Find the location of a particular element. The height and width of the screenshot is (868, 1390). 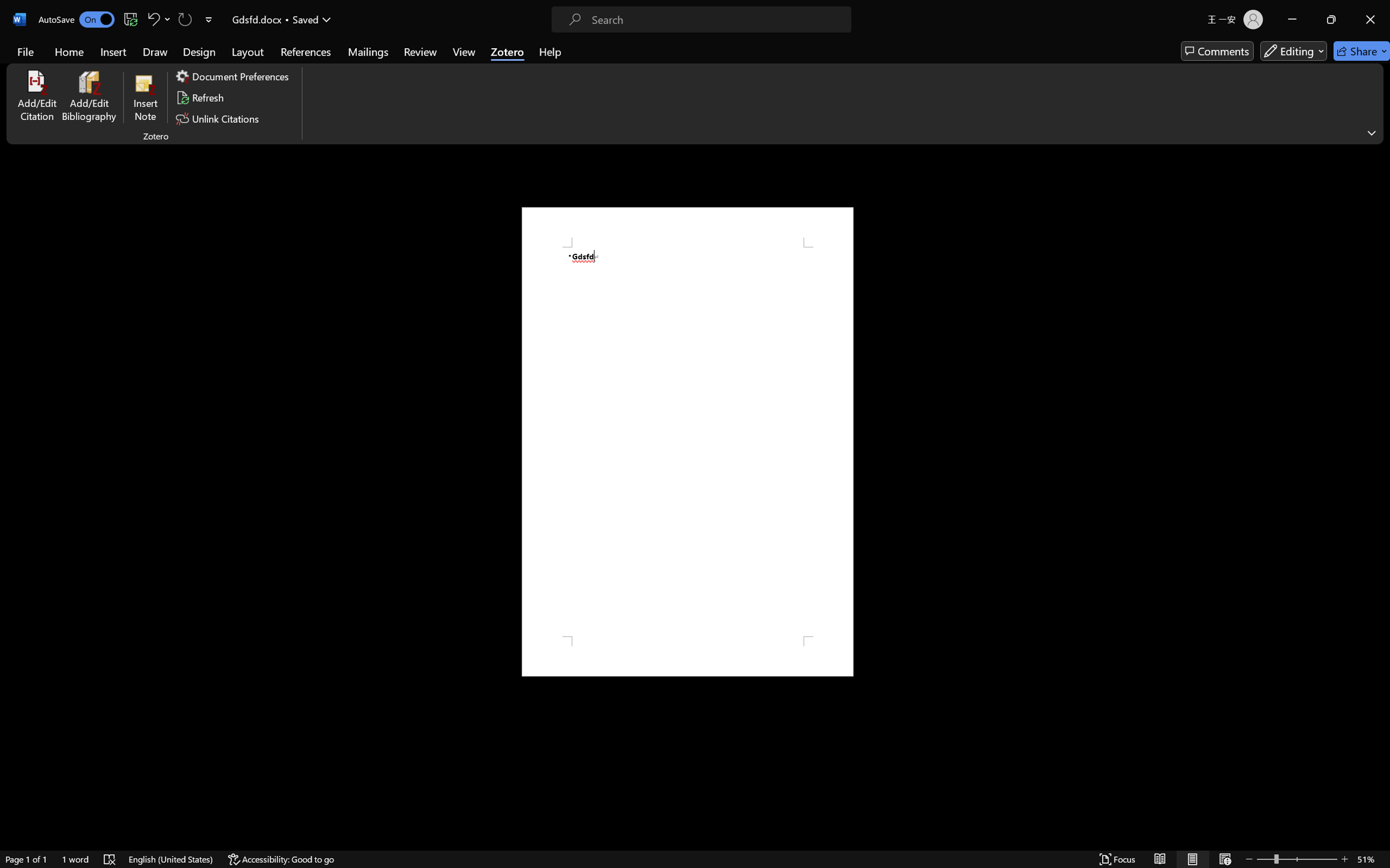

'Page 1 content' is located at coordinates (687, 441).